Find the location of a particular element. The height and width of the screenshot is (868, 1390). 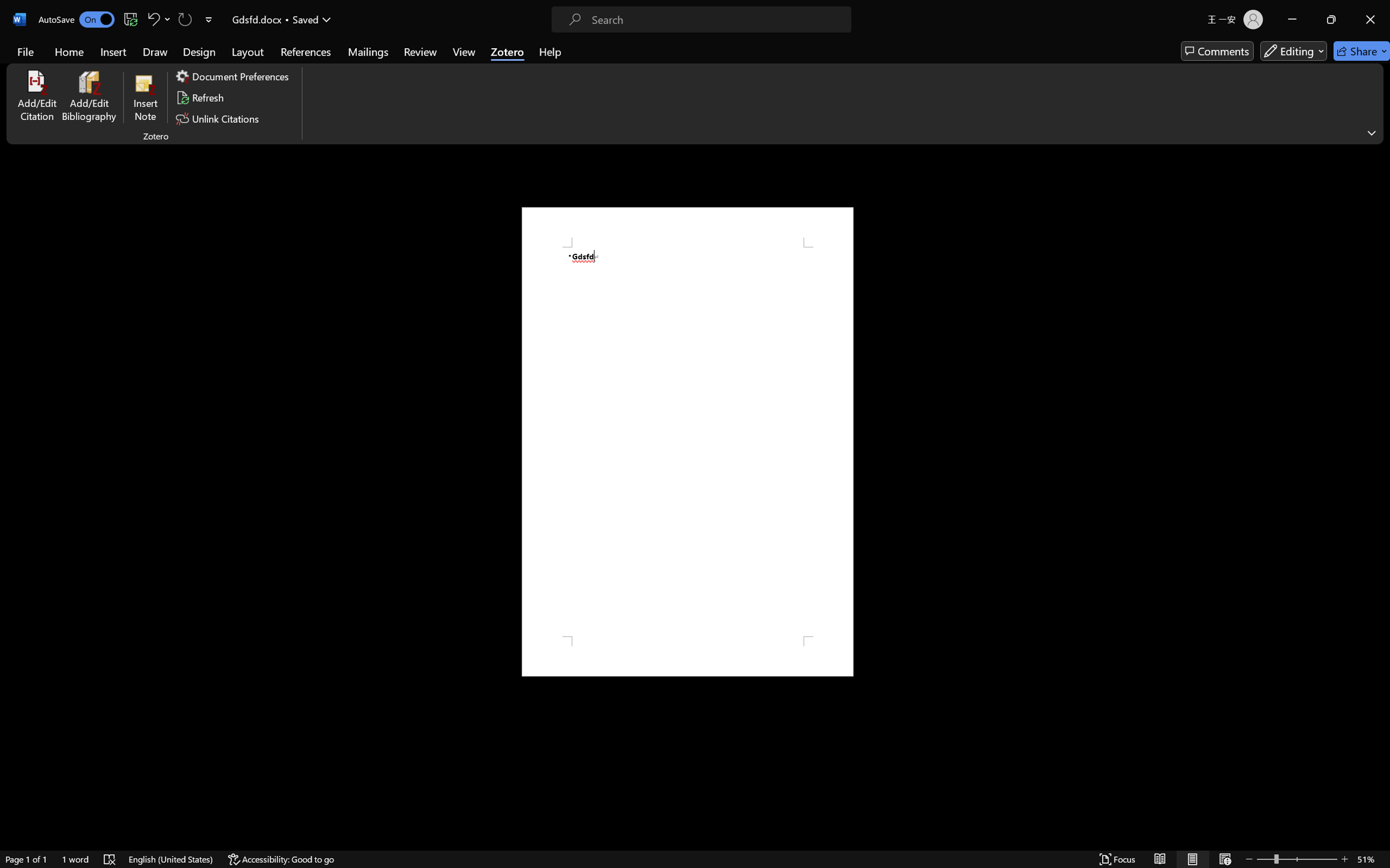

'Page 1 content' is located at coordinates (687, 441).